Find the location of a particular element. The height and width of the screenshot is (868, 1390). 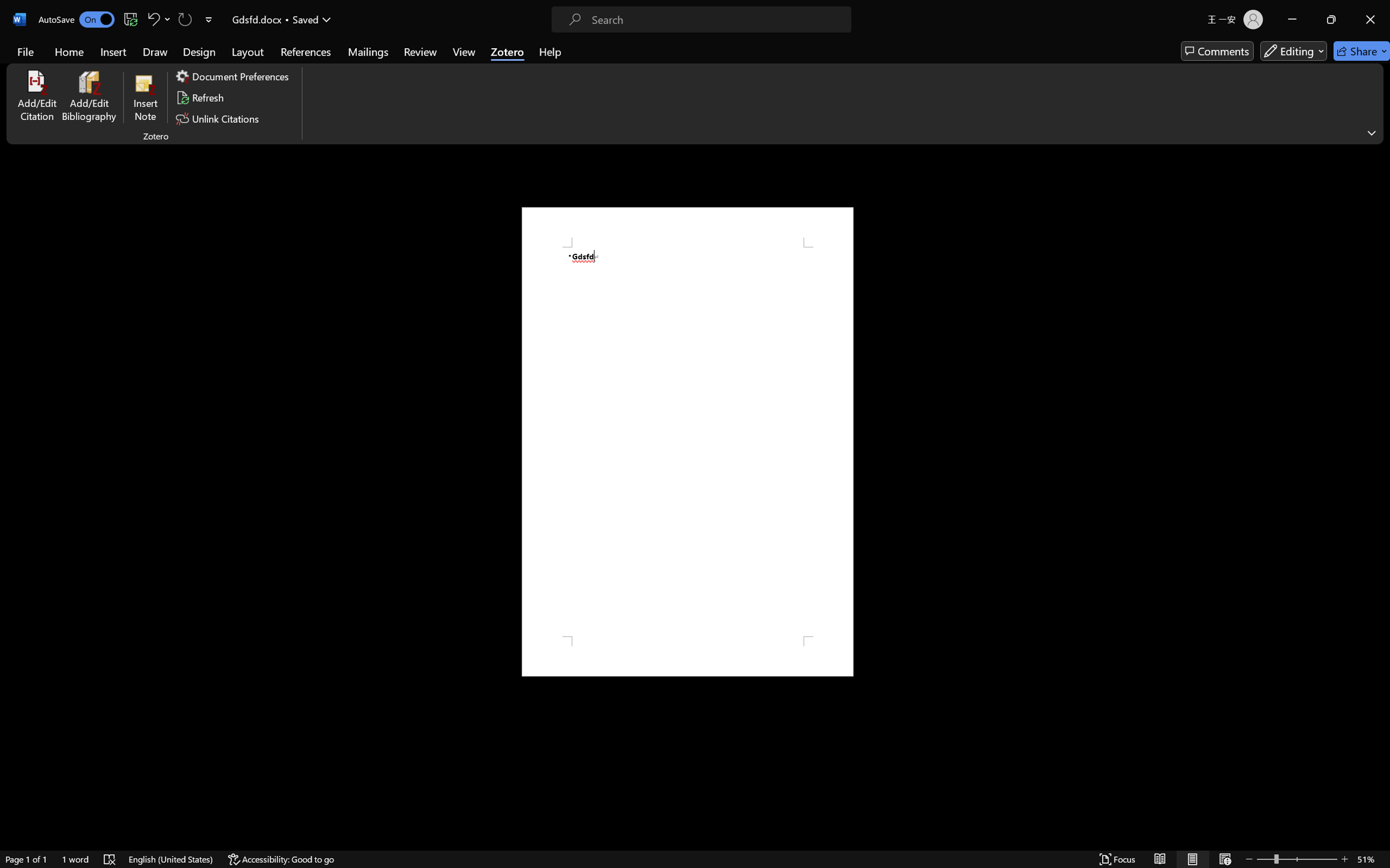

'Page 1 content' is located at coordinates (687, 441).